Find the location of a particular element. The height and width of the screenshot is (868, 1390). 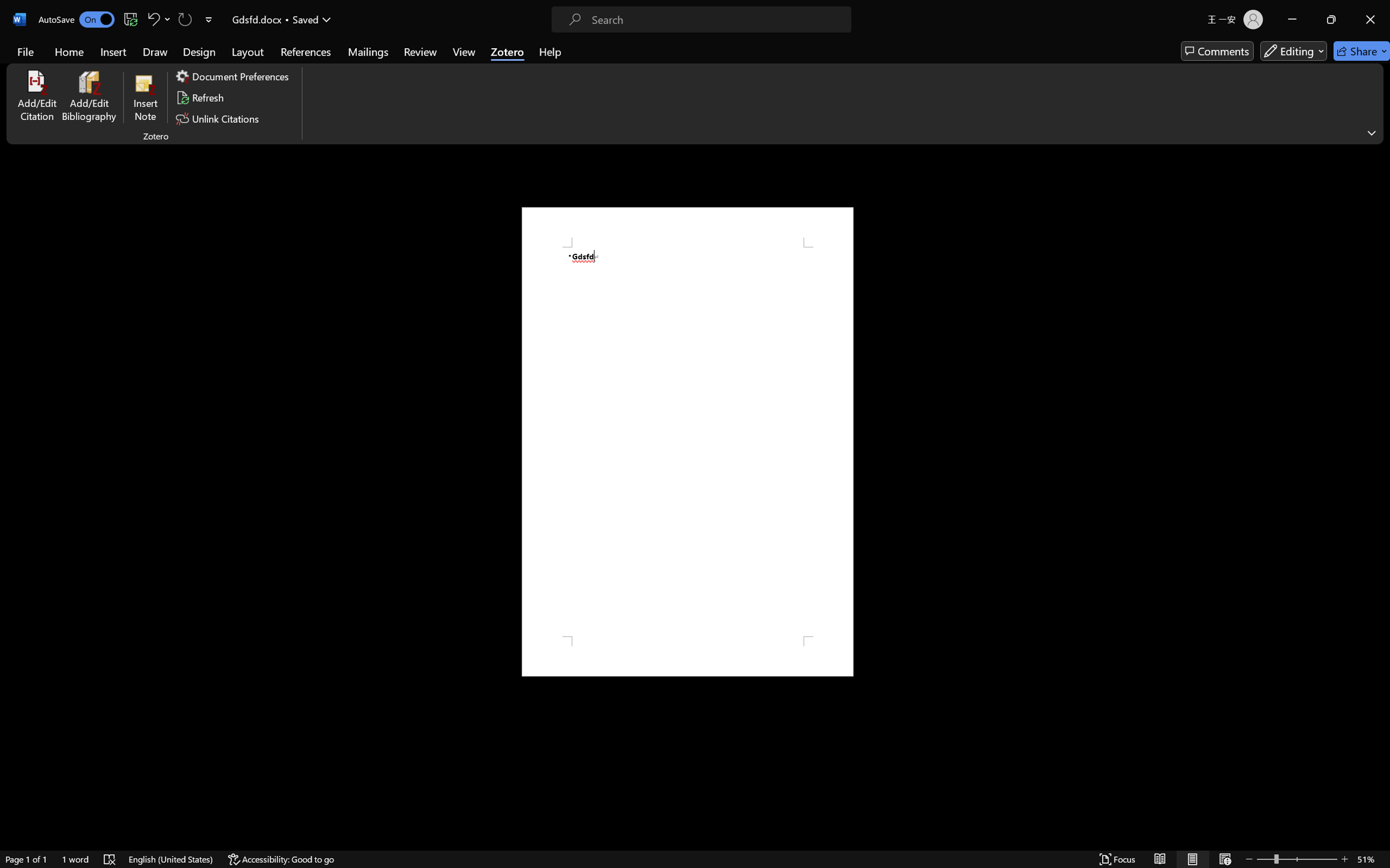

'Page 1 content' is located at coordinates (687, 441).